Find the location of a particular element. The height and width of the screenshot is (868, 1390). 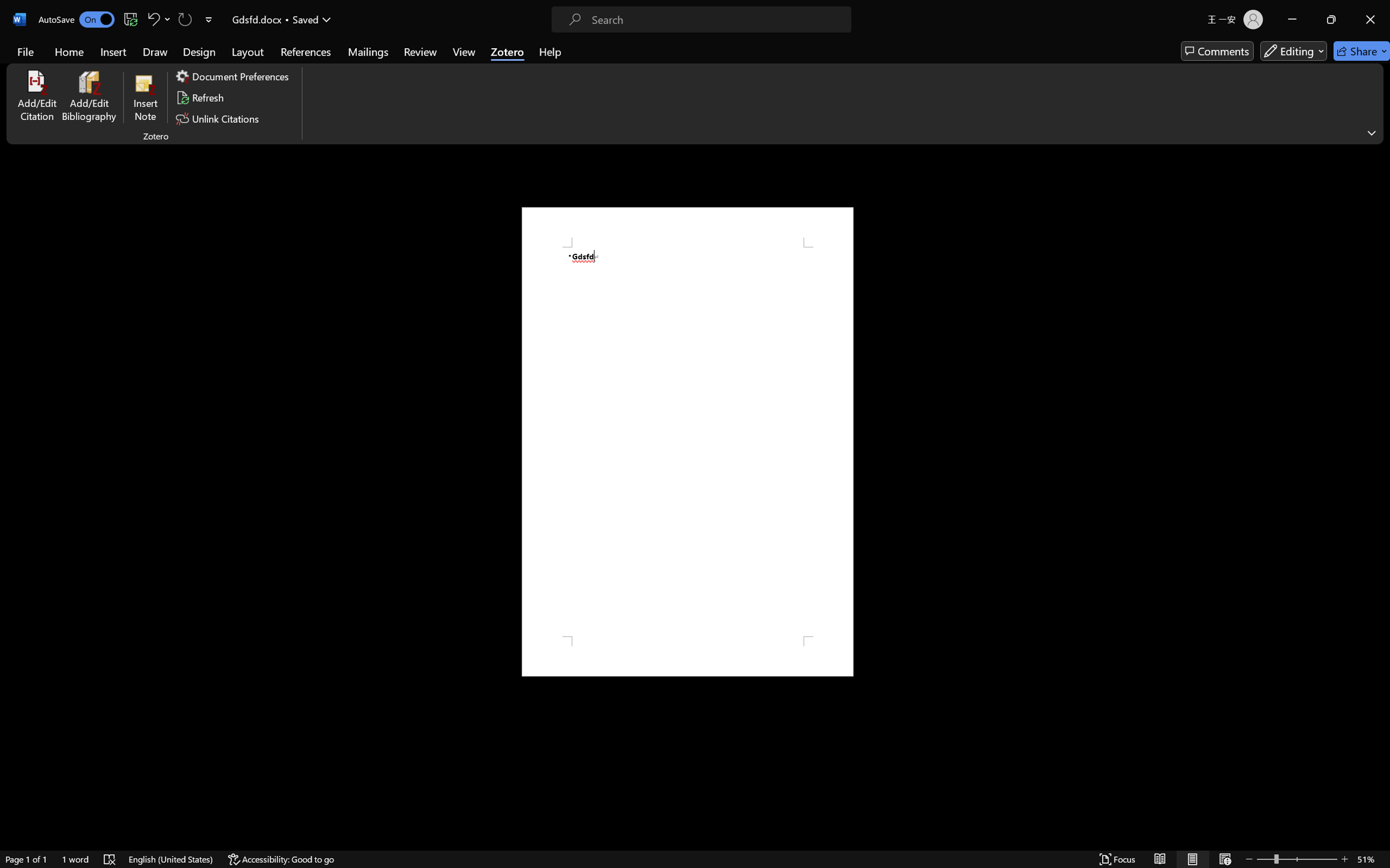

'Page 1 content' is located at coordinates (687, 441).